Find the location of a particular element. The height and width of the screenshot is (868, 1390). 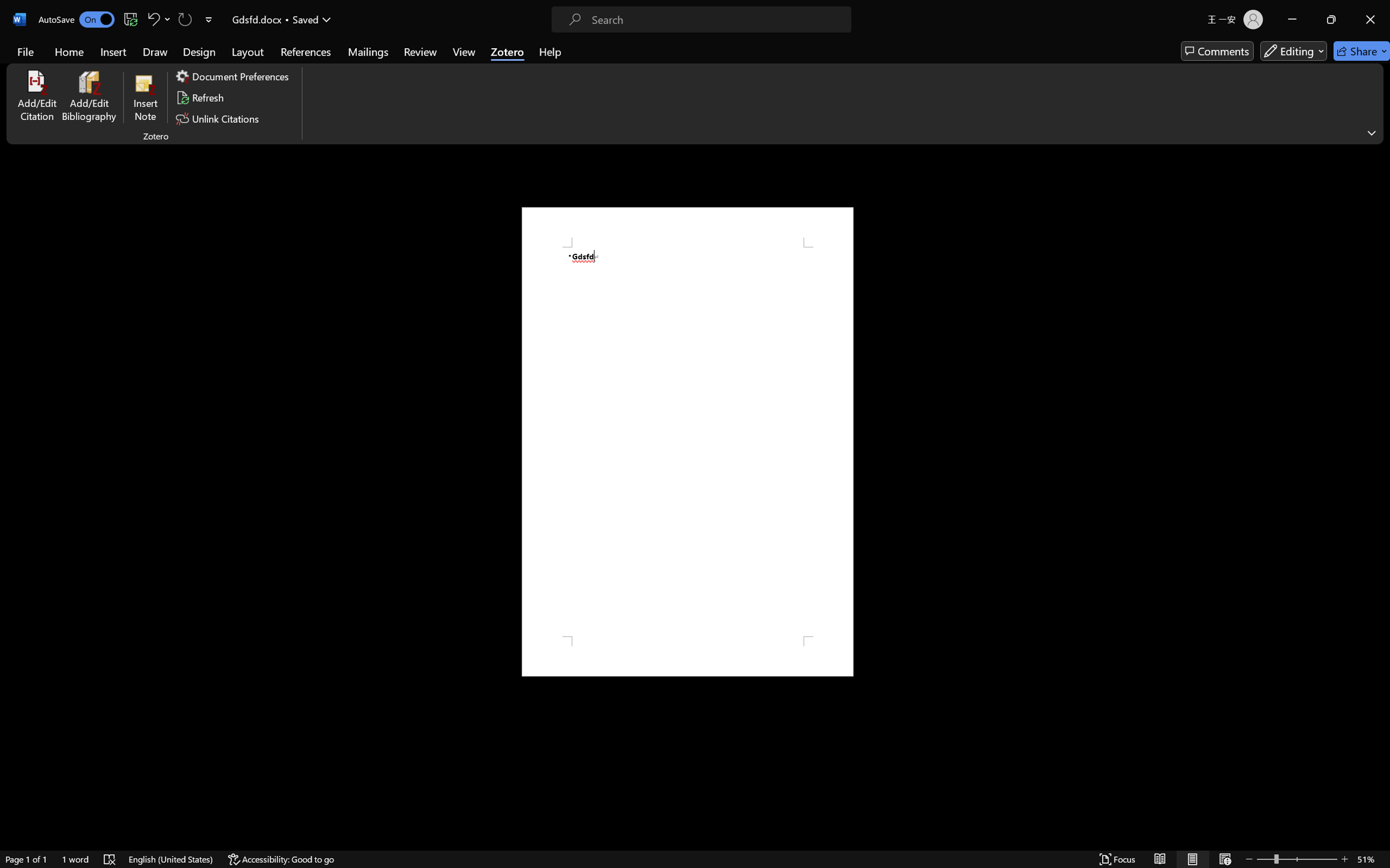

'Page 1 content' is located at coordinates (687, 441).